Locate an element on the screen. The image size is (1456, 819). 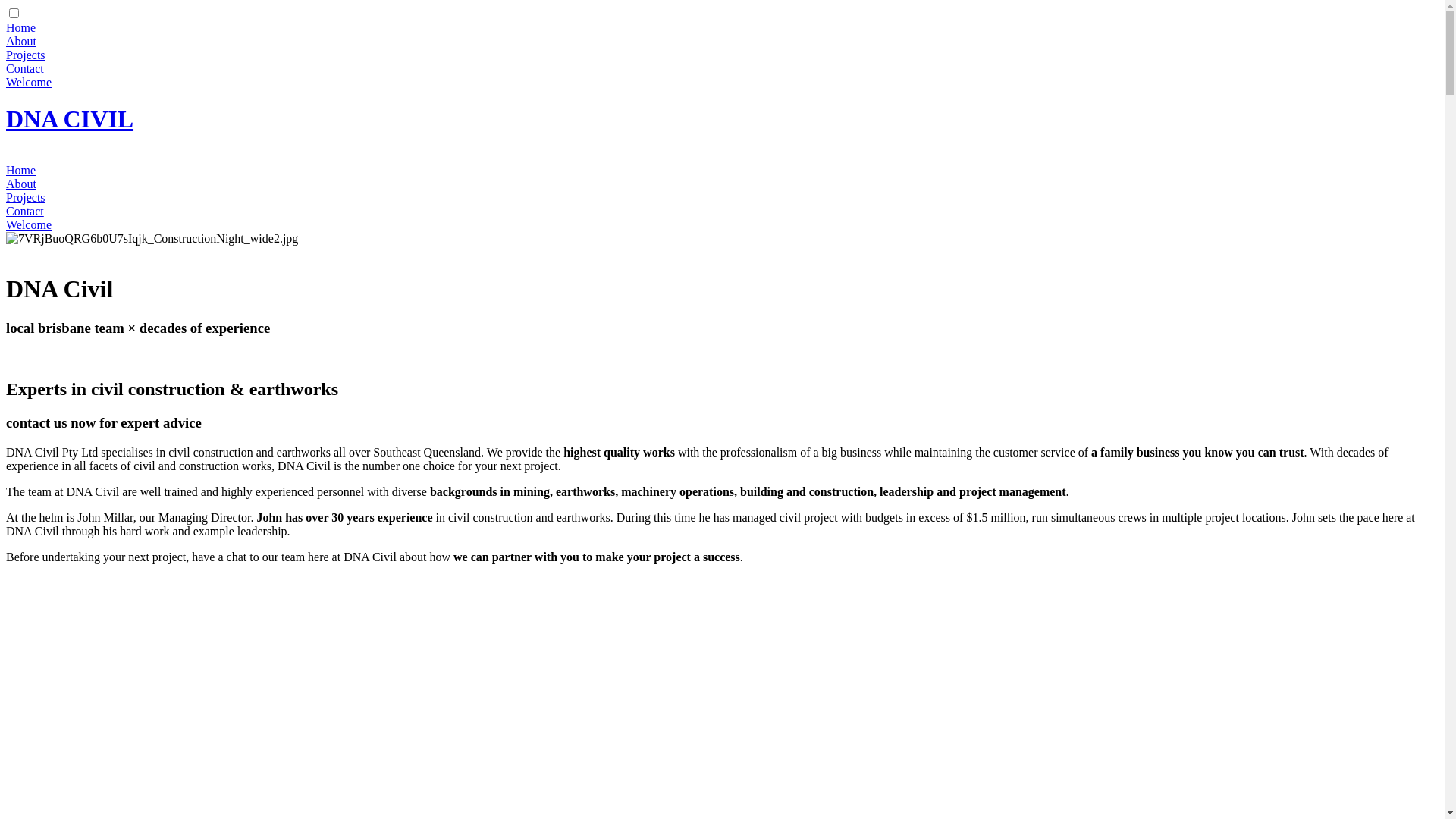
'Welcome' is located at coordinates (29, 224).